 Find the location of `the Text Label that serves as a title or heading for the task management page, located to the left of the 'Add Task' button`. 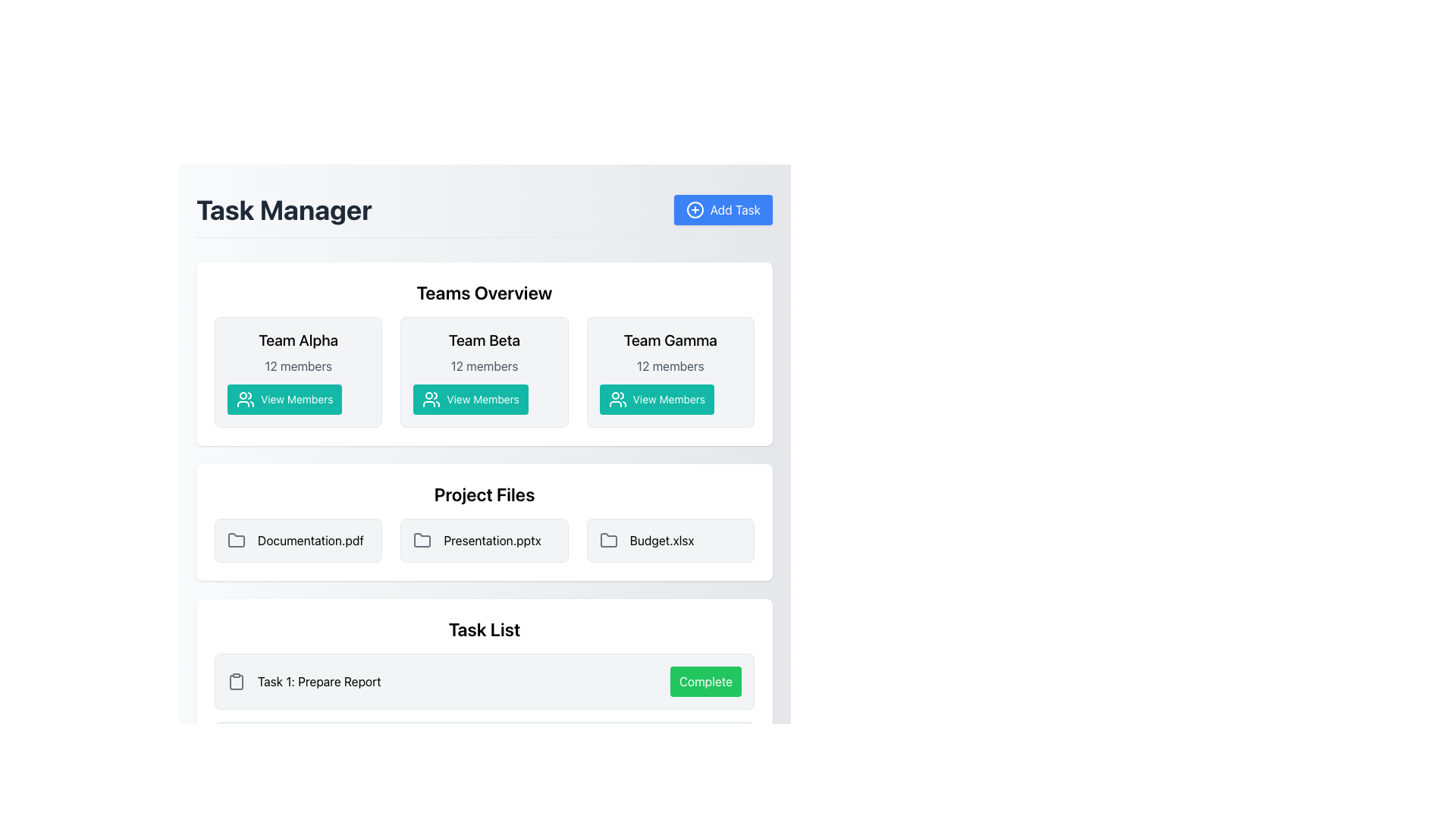

the Text Label that serves as a title or heading for the task management page, located to the left of the 'Add Task' button is located at coordinates (284, 210).